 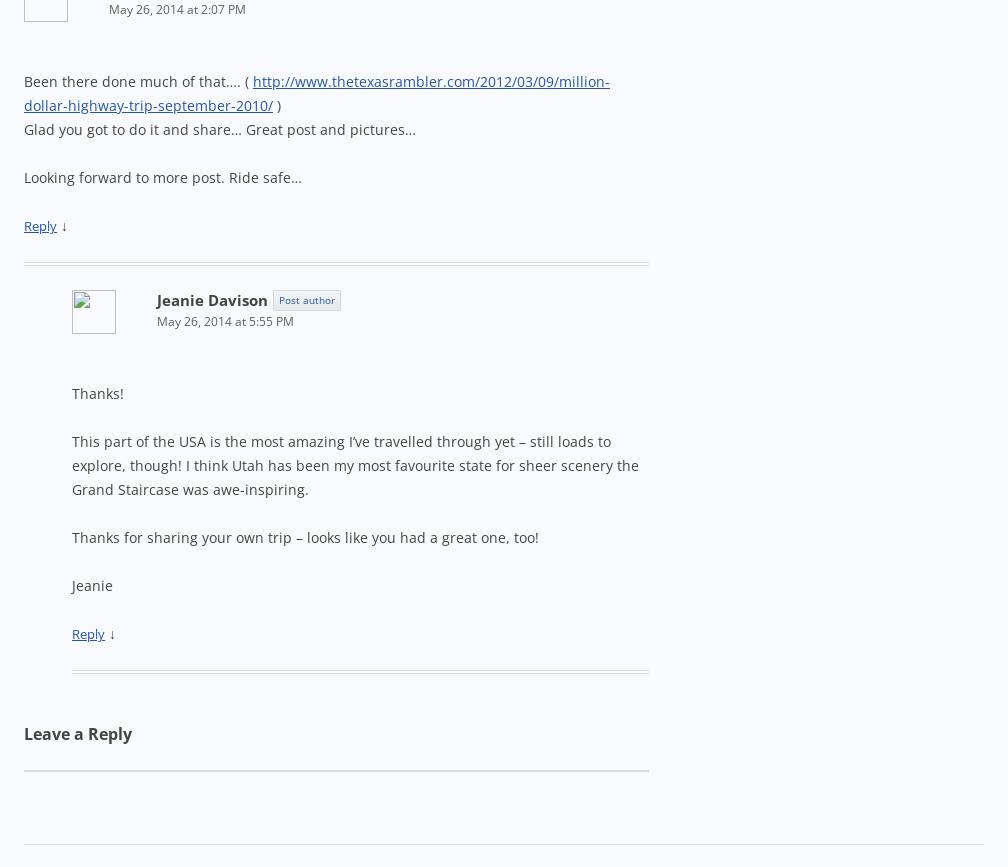 What do you see at coordinates (92, 584) in the screenshot?
I see `'Jeanie'` at bounding box center [92, 584].